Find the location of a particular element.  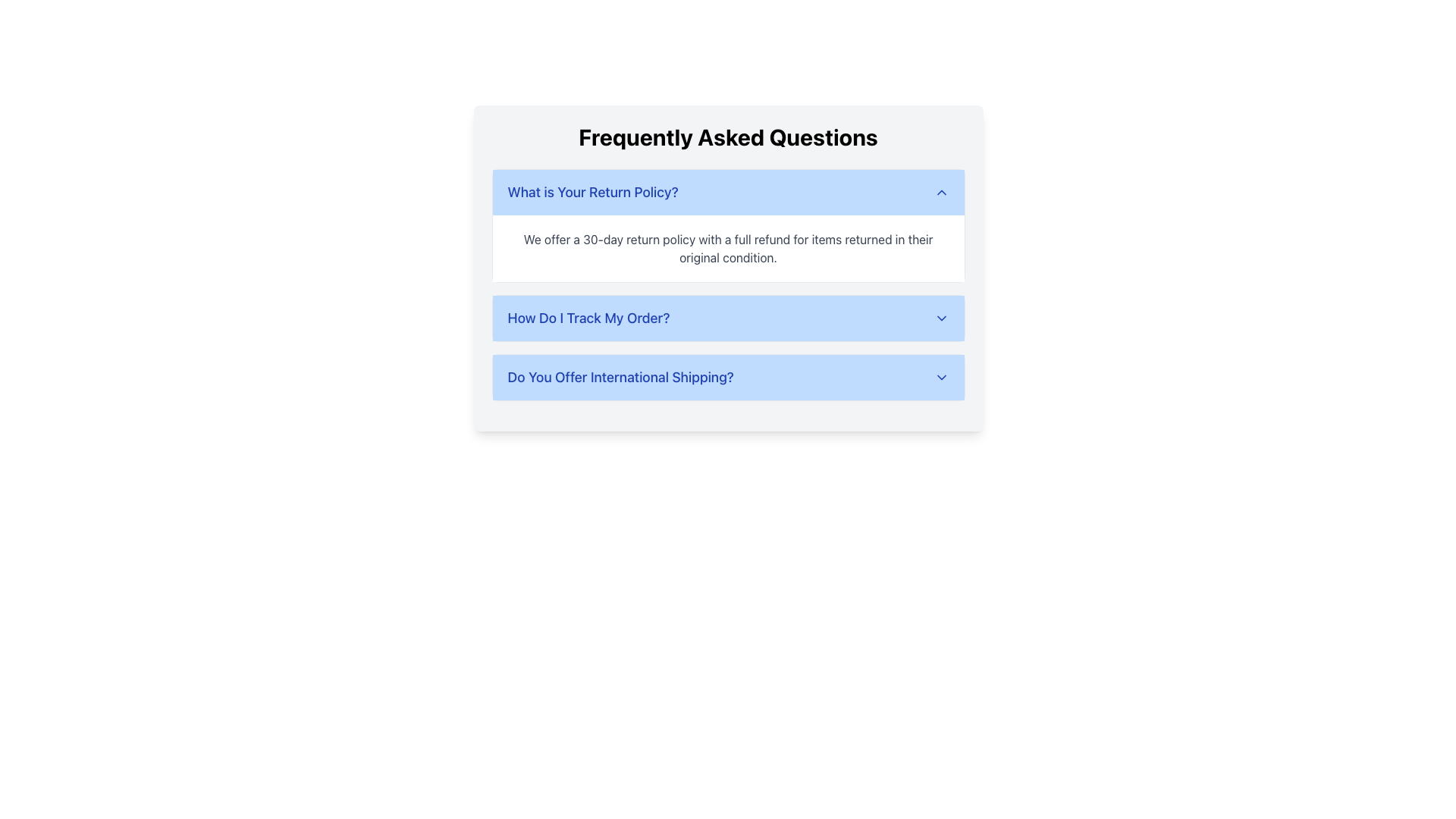

the chevron icon located to the far right of the text 'Do You Offer International Shipping?' is located at coordinates (940, 376).